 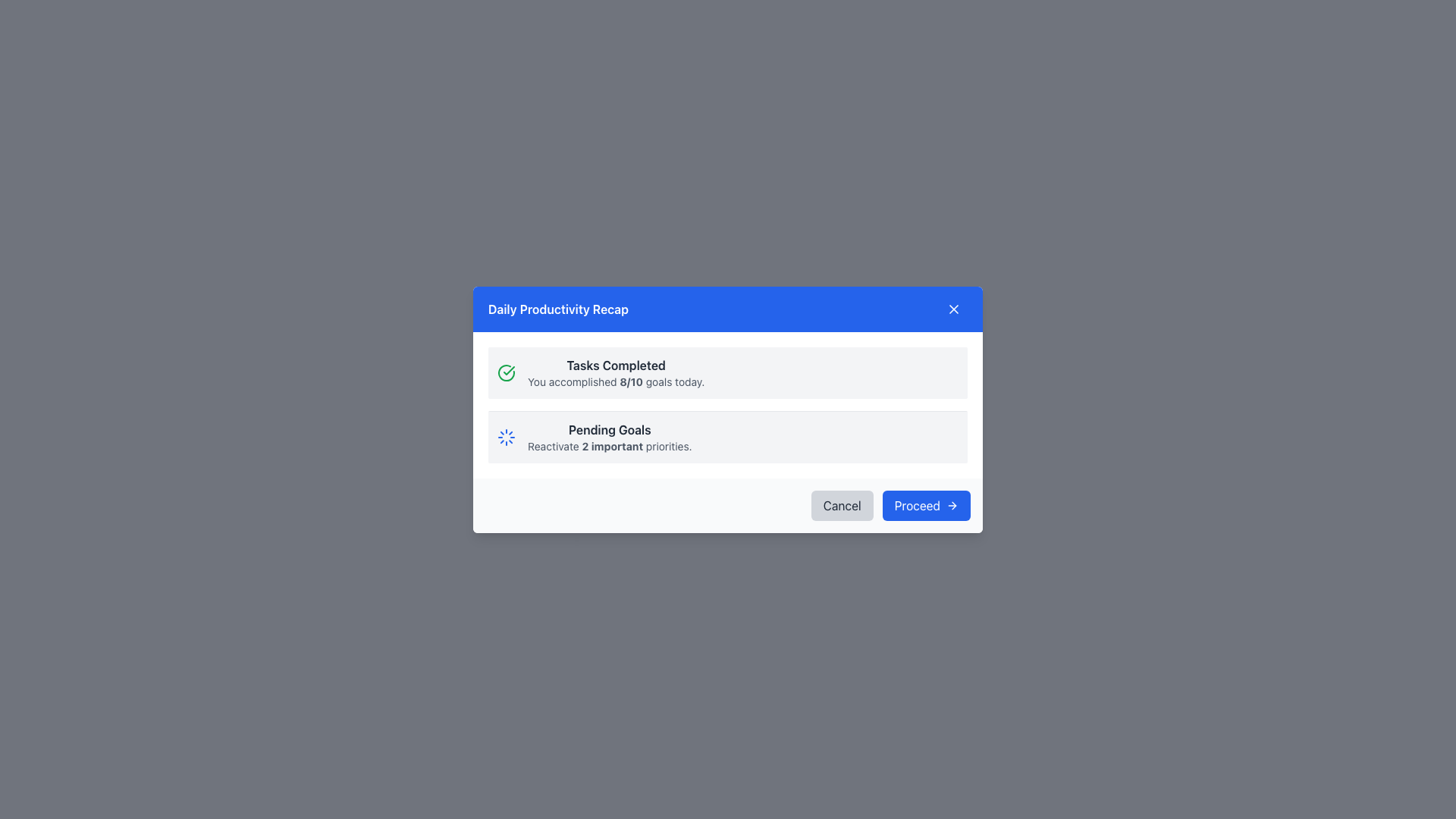 What do you see at coordinates (631, 380) in the screenshot?
I see `the text displaying the number of goals completed out of the total goals for the day, located under the 'Tasks Completed' section and to the right of the green checkmark icon` at bounding box center [631, 380].